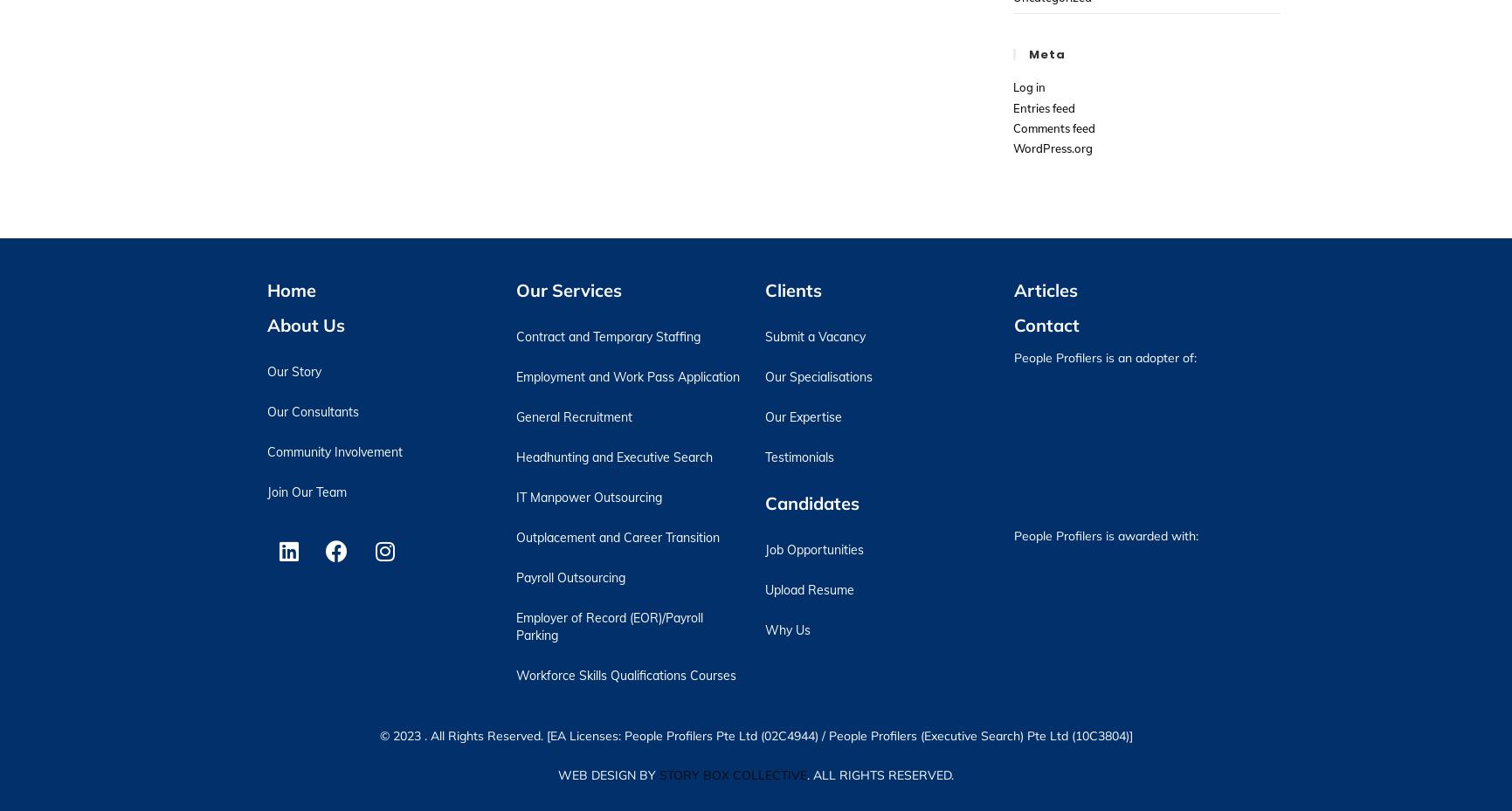 This screenshot has height=811, width=1512. I want to click on 'Community Involvement', so click(266, 450).